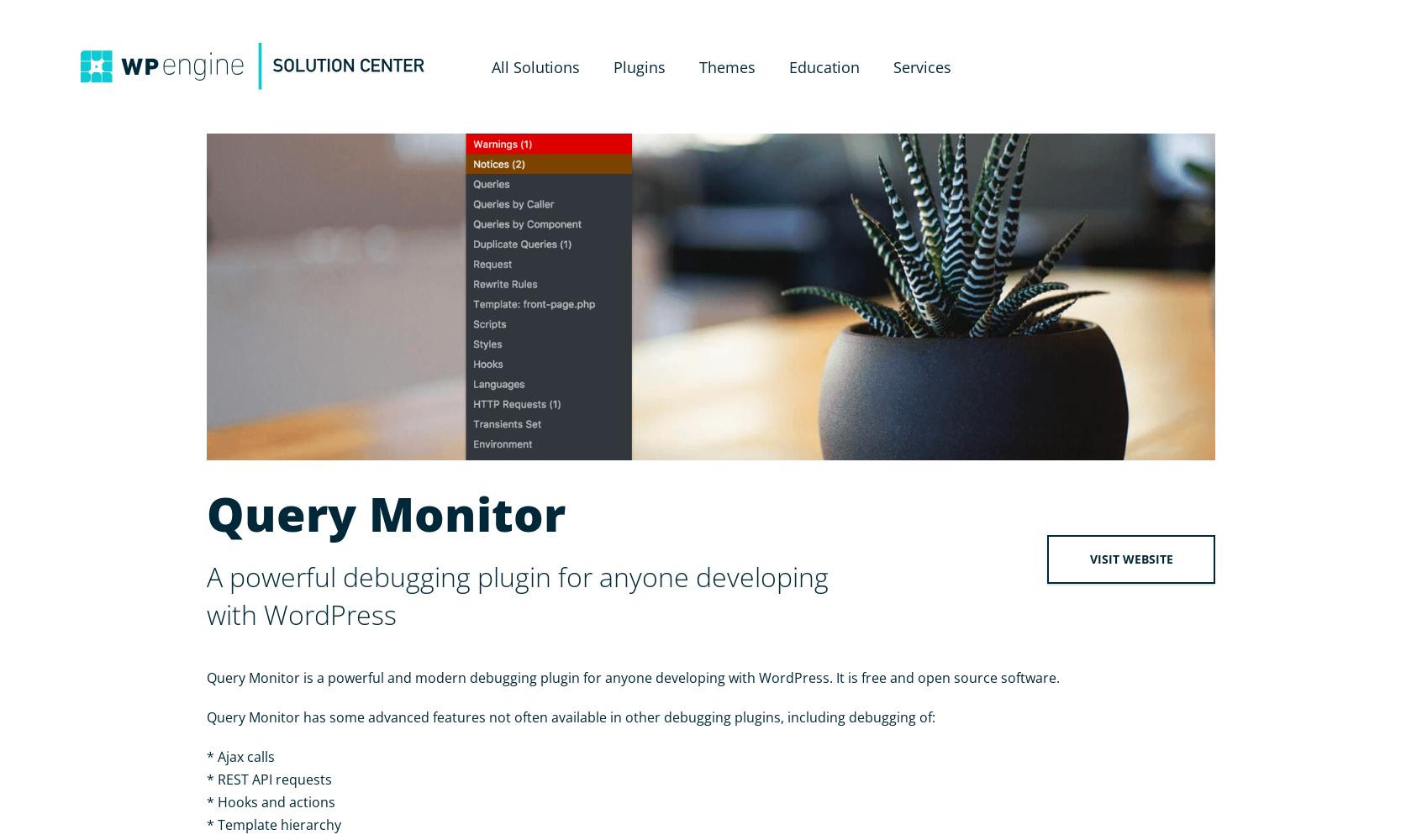 This screenshot has width=1422, height=840. Describe the element at coordinates (571, 717) in the screenshot. I see `'Query Monitor has some advanced features not often available in other debugging plugins, including debugging of:'` at that location.